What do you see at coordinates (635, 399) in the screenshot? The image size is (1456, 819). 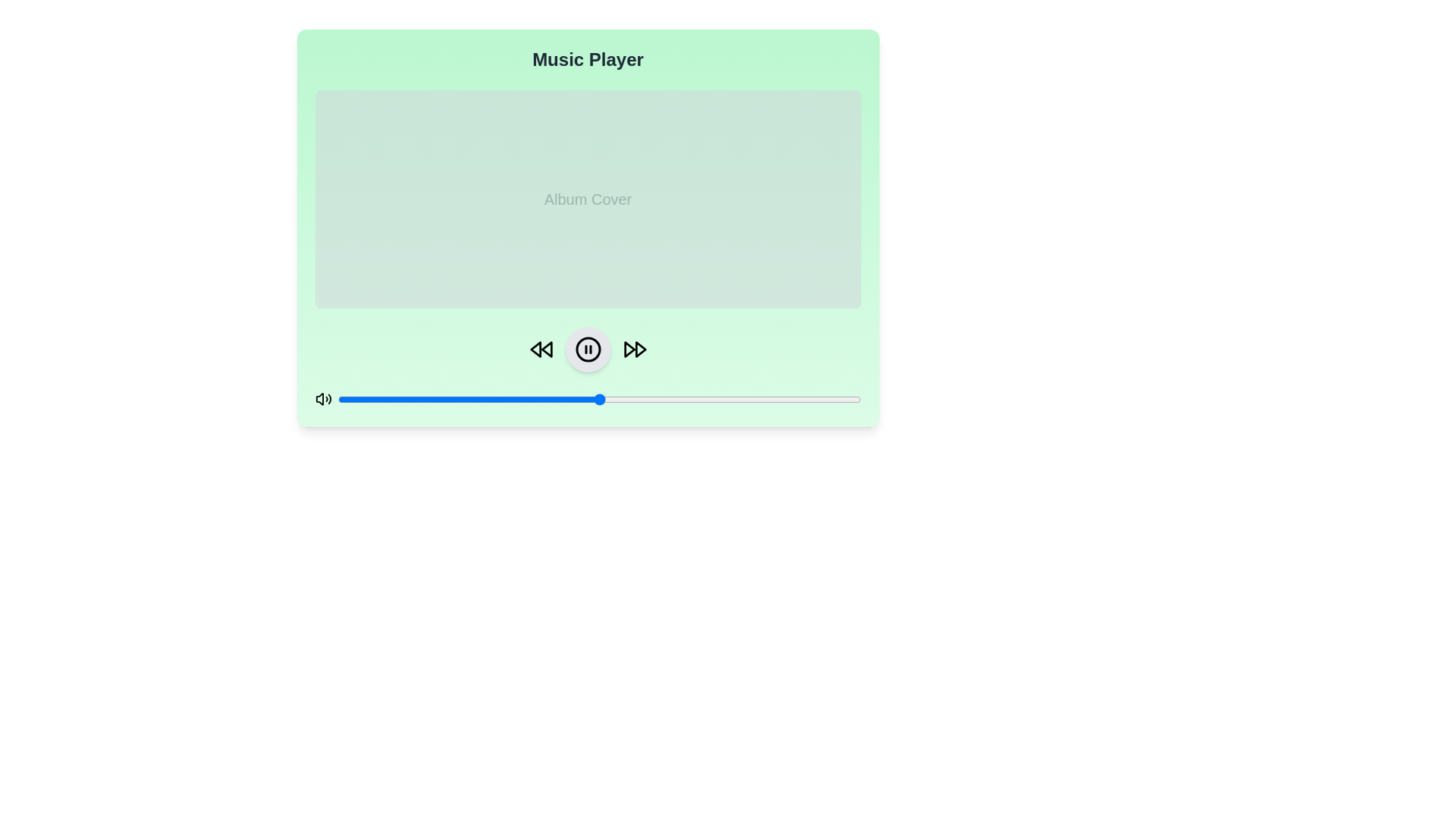 I see `the slider position` at bounding box center [635, 399].